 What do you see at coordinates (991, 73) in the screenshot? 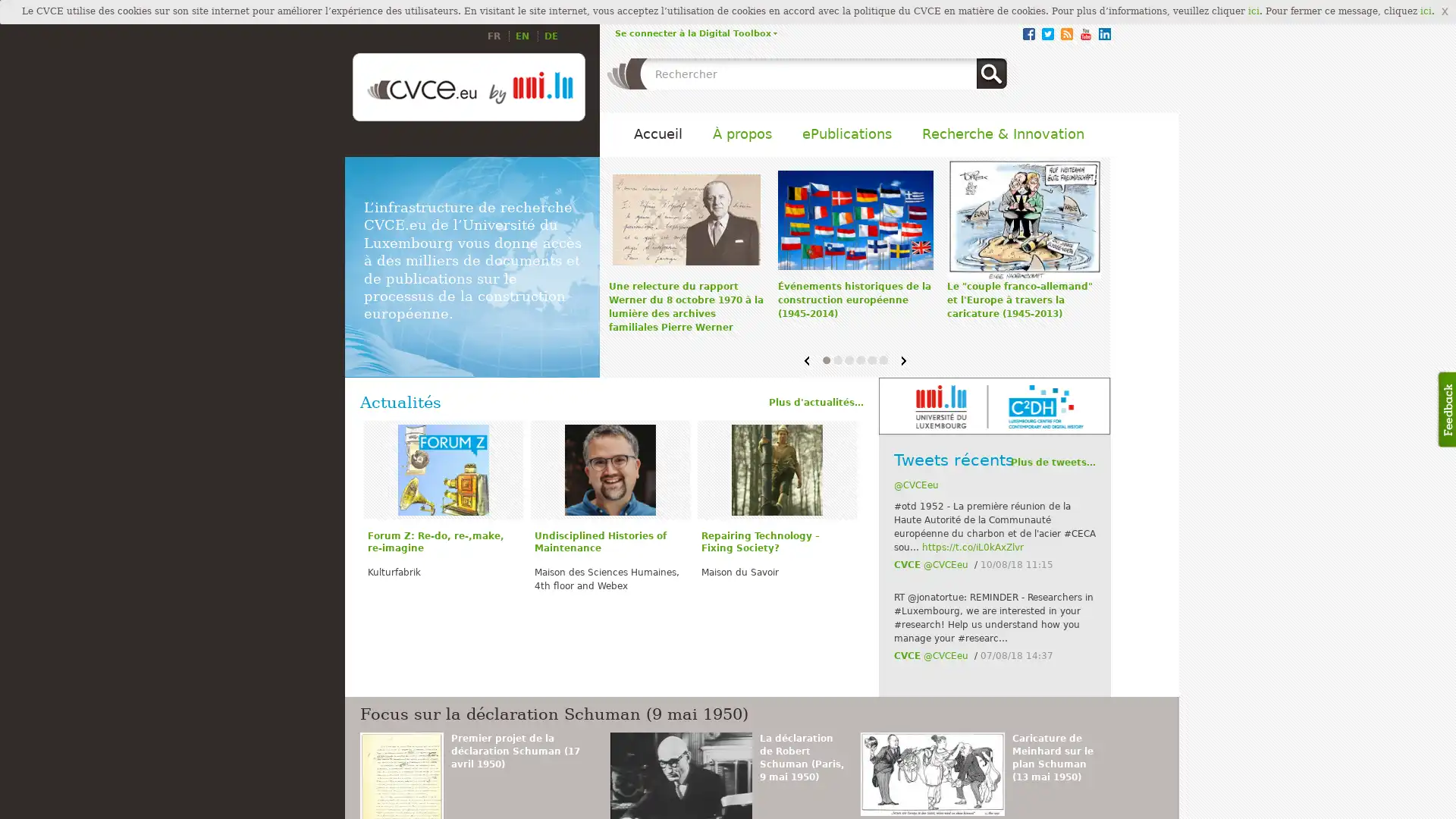
I see `Submit` at bounding box center [991, 73].